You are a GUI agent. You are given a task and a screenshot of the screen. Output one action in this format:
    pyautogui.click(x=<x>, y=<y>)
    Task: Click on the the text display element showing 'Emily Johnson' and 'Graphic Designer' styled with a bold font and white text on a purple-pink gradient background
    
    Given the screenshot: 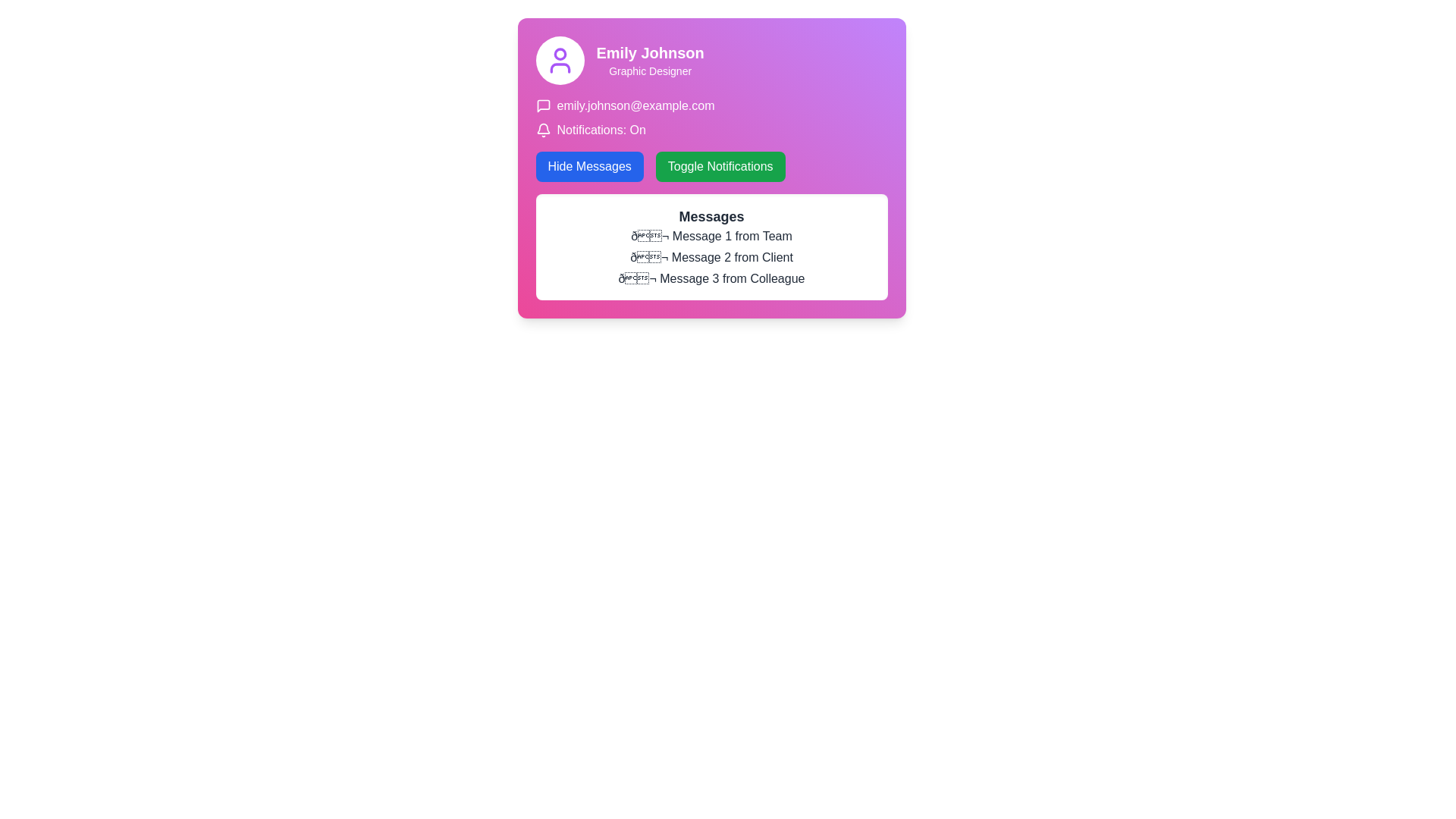 What is the action you would take?
    pyautogui.click(x=650, y=60)
    